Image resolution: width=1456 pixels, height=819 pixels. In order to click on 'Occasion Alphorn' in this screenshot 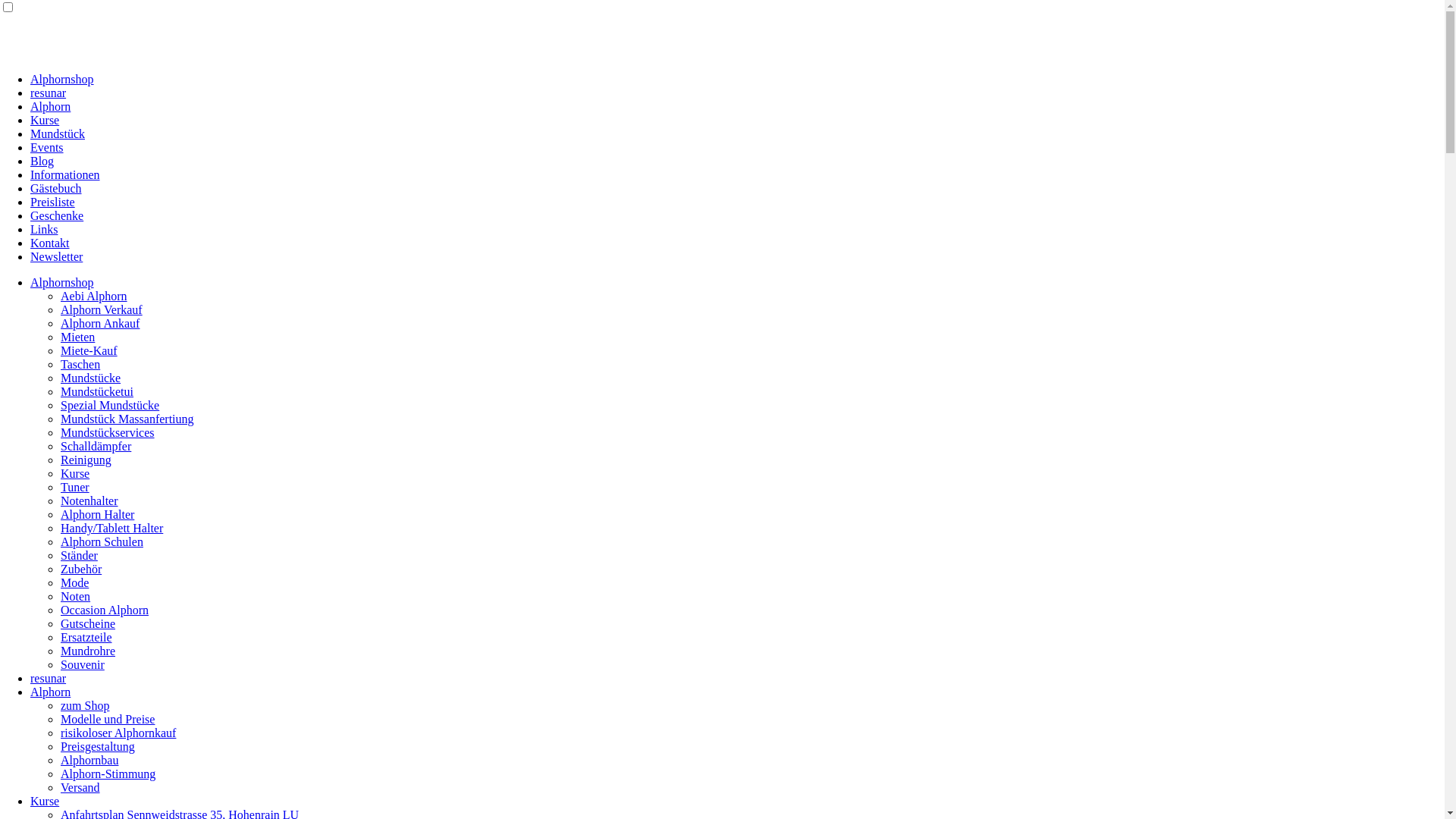, I will do `click(61, 609)`.